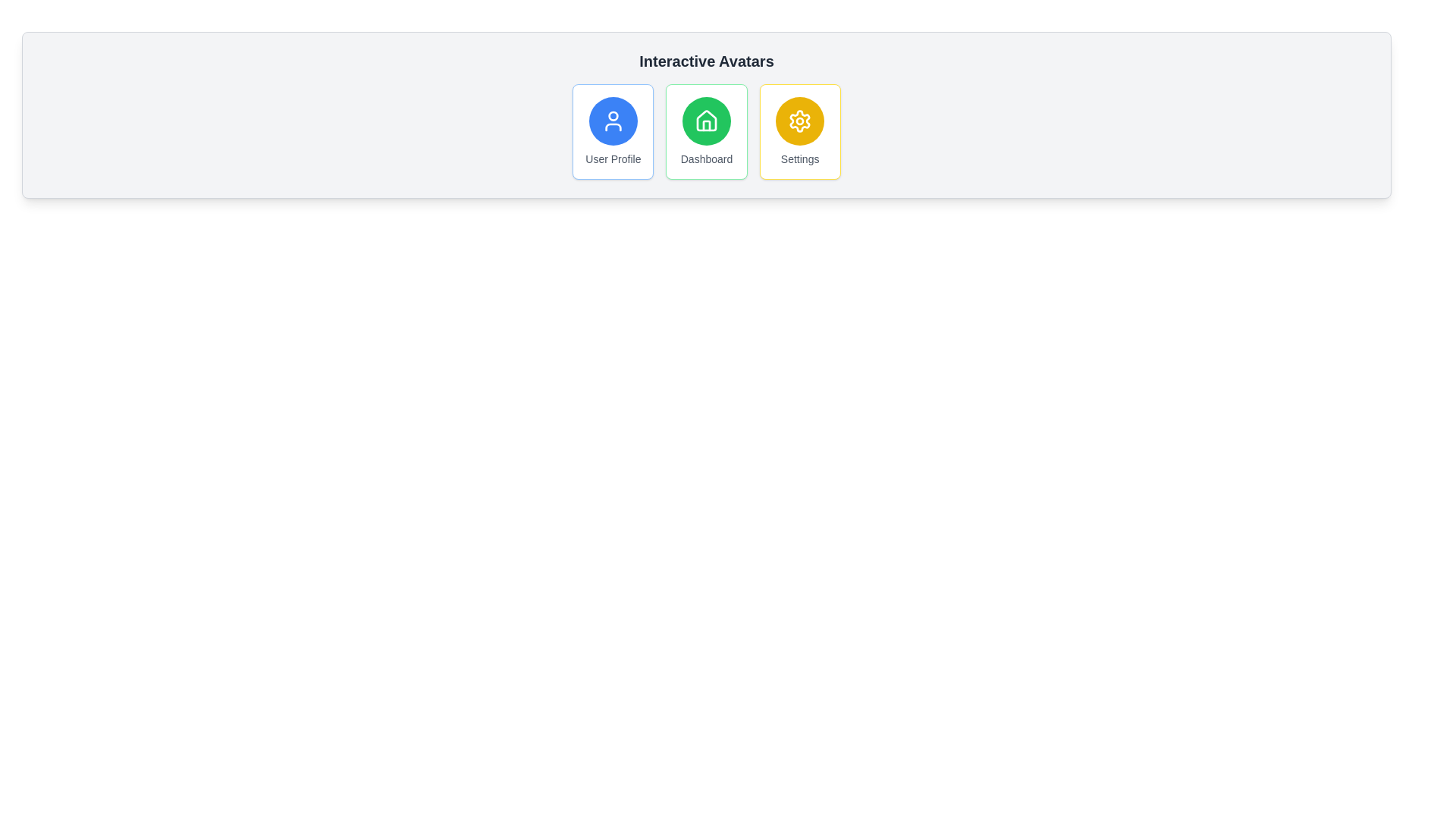 The width and height of the screenshot is (1456, 819). Describe the element at coordinates (799, 130) in the screenshot. I see `the settings option Card with an icon and text label, which is the third card in a horizontal grid layout` at that location.